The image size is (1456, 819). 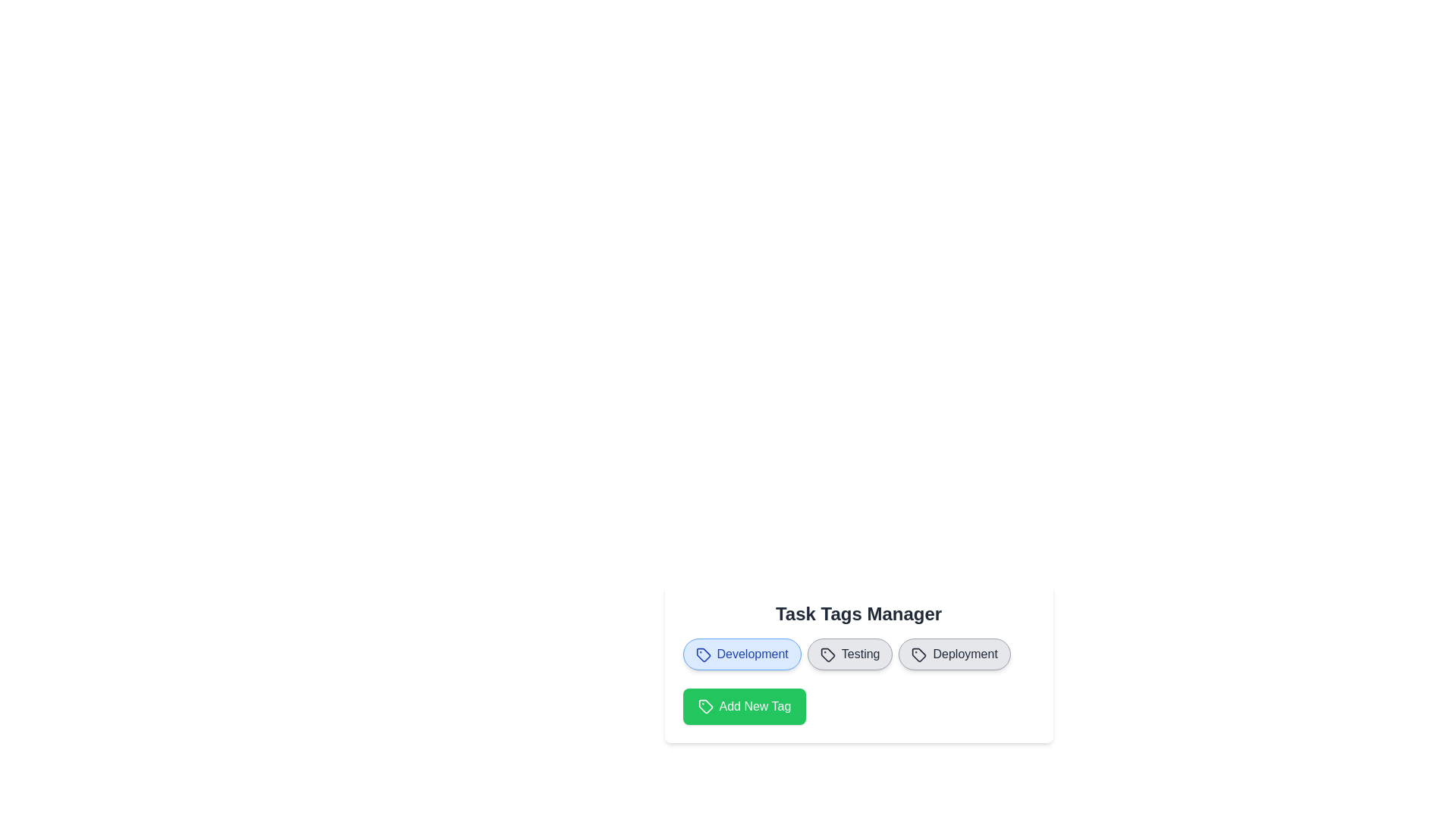 What do you see at coordinates (742, 654) in the screenshot?
I see `the 'Development' button, which is the first of three horizontally arranged buttons styled in light blue with a blue icon and bold blue text` at bounding box center [742, 654].